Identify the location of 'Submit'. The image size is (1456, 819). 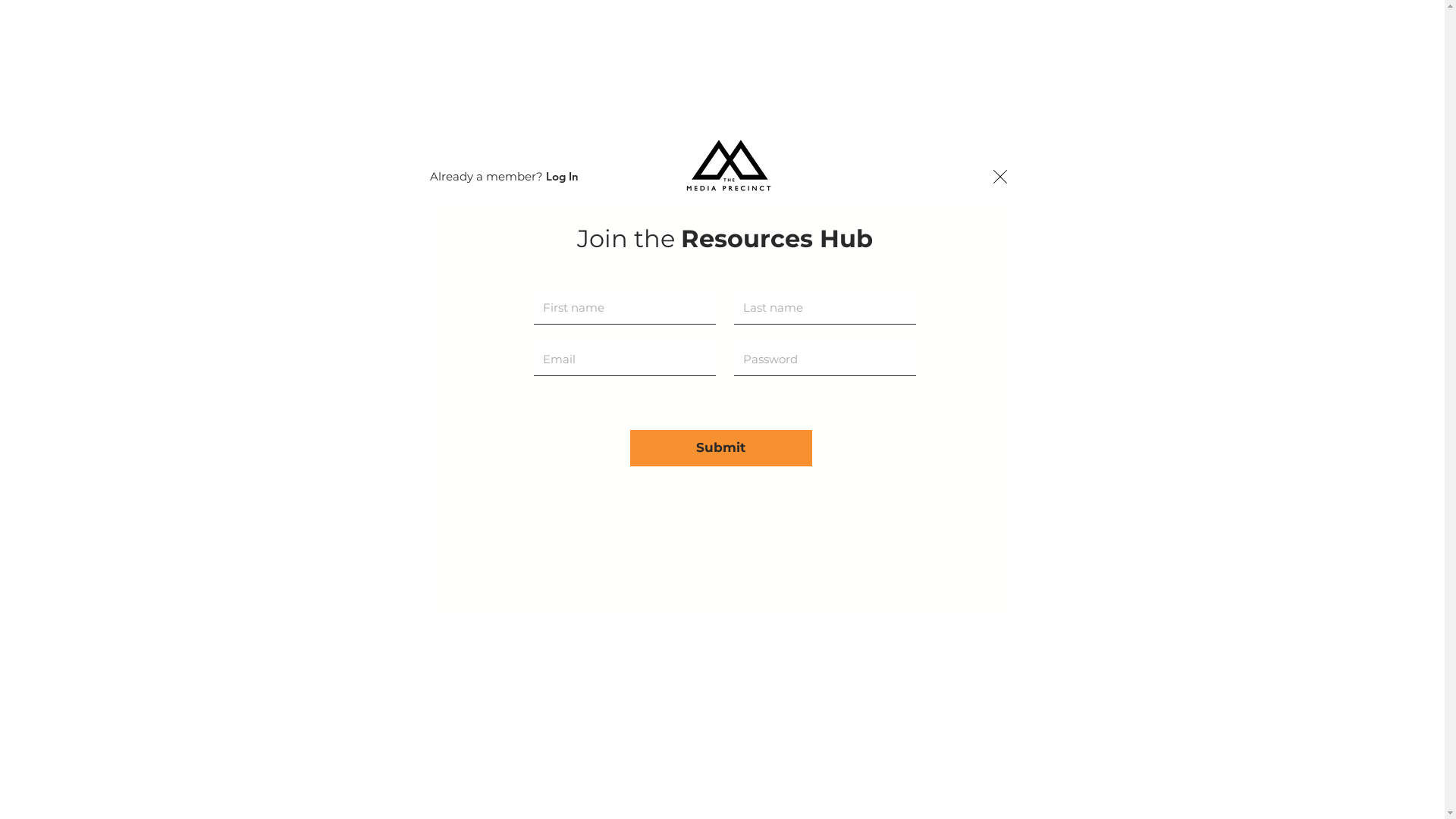
(629, 447).